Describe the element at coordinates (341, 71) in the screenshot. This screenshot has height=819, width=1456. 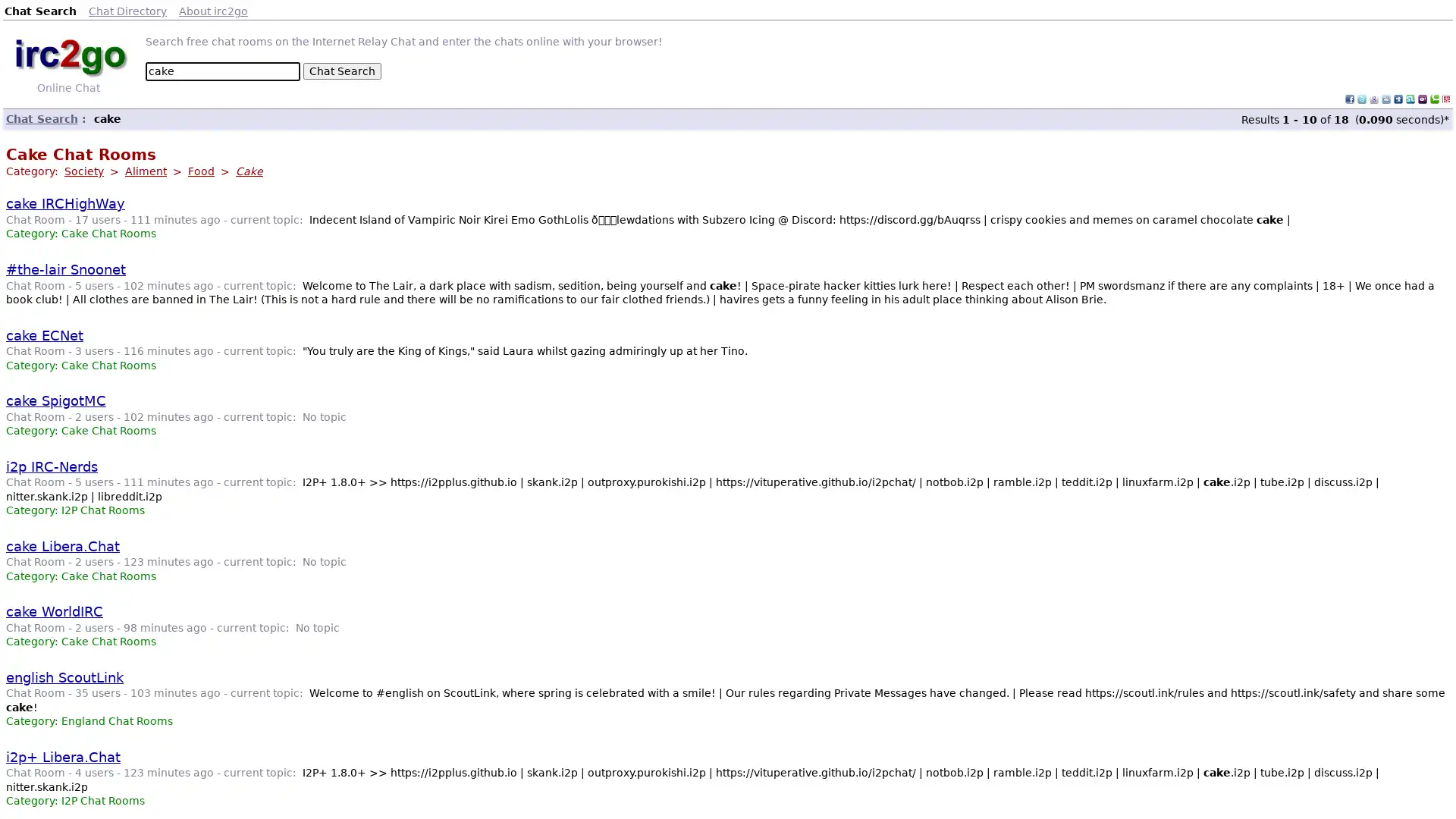
I see `Chat Search` at that location.